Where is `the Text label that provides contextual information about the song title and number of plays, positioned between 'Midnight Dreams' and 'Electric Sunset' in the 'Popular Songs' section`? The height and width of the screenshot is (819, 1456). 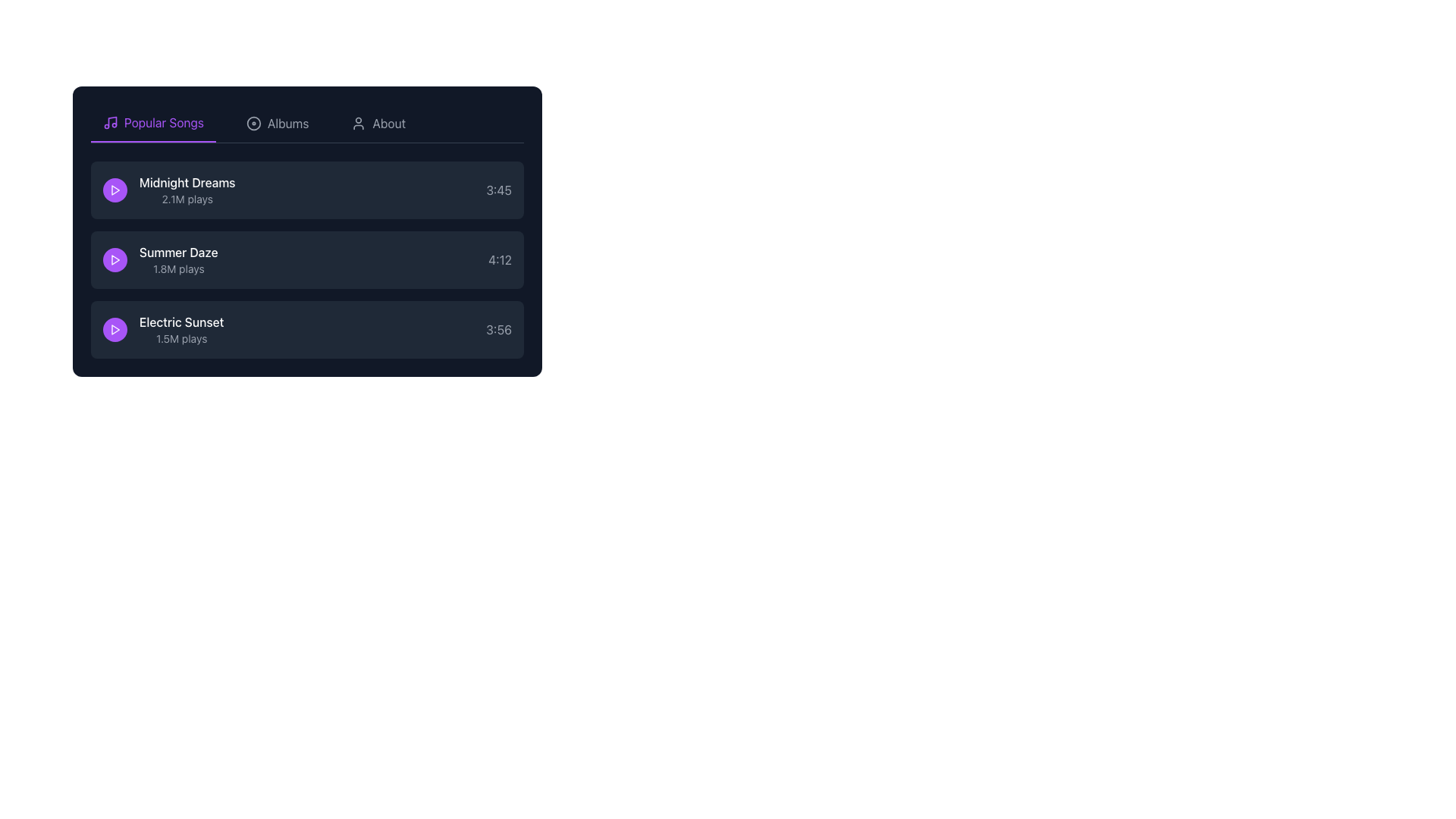 the Text label that provides contextual information about the song title and number of plays, positioned between 'Midnight Dreams' and 'Electric Sunset' in the 'Popular Songs' section is located at coordinates (178, 259).